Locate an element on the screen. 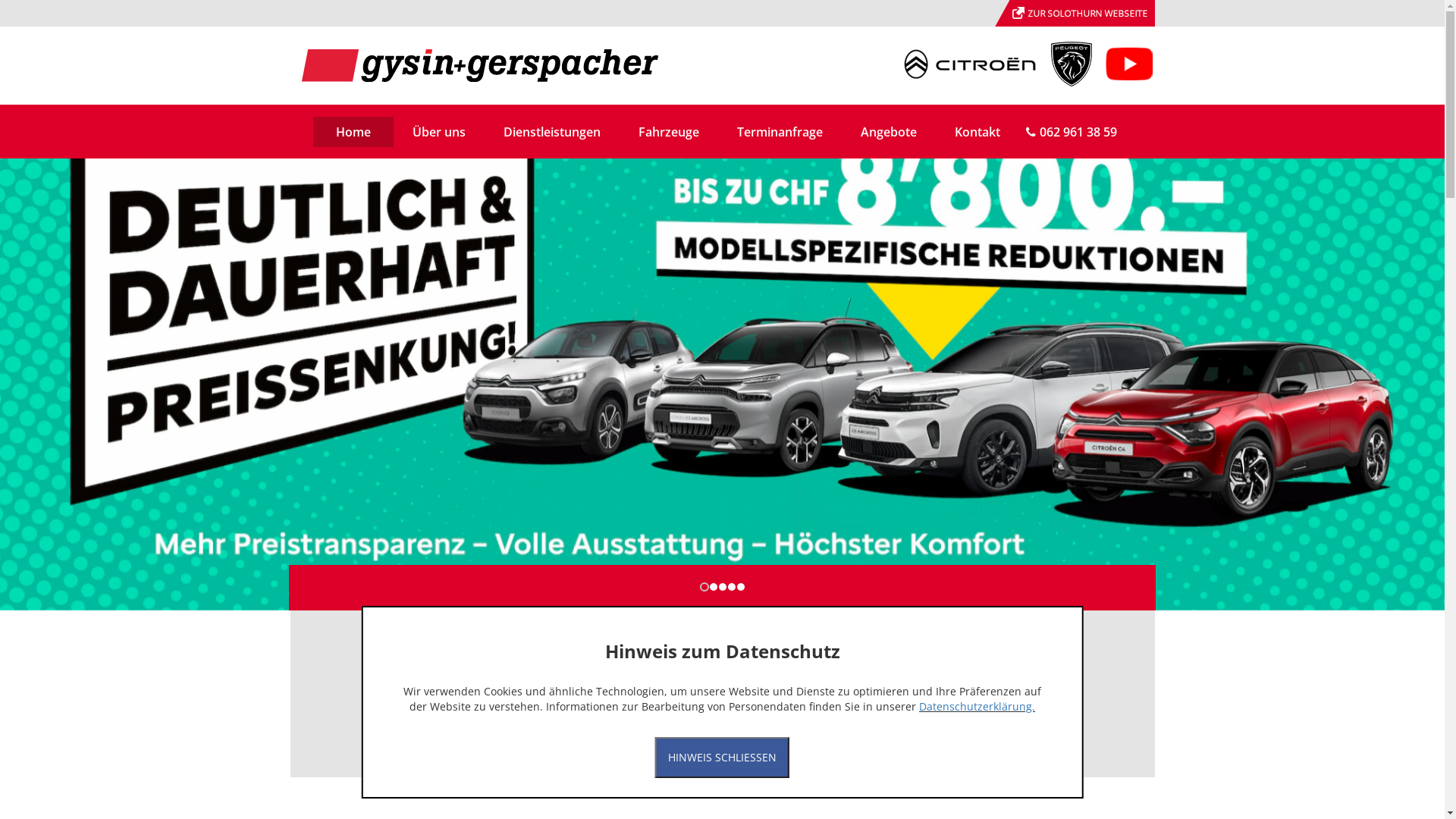 The width and height of the screenshot is (1456, 819). 'Fahrzeuge' is located at coordinates (619, 130).